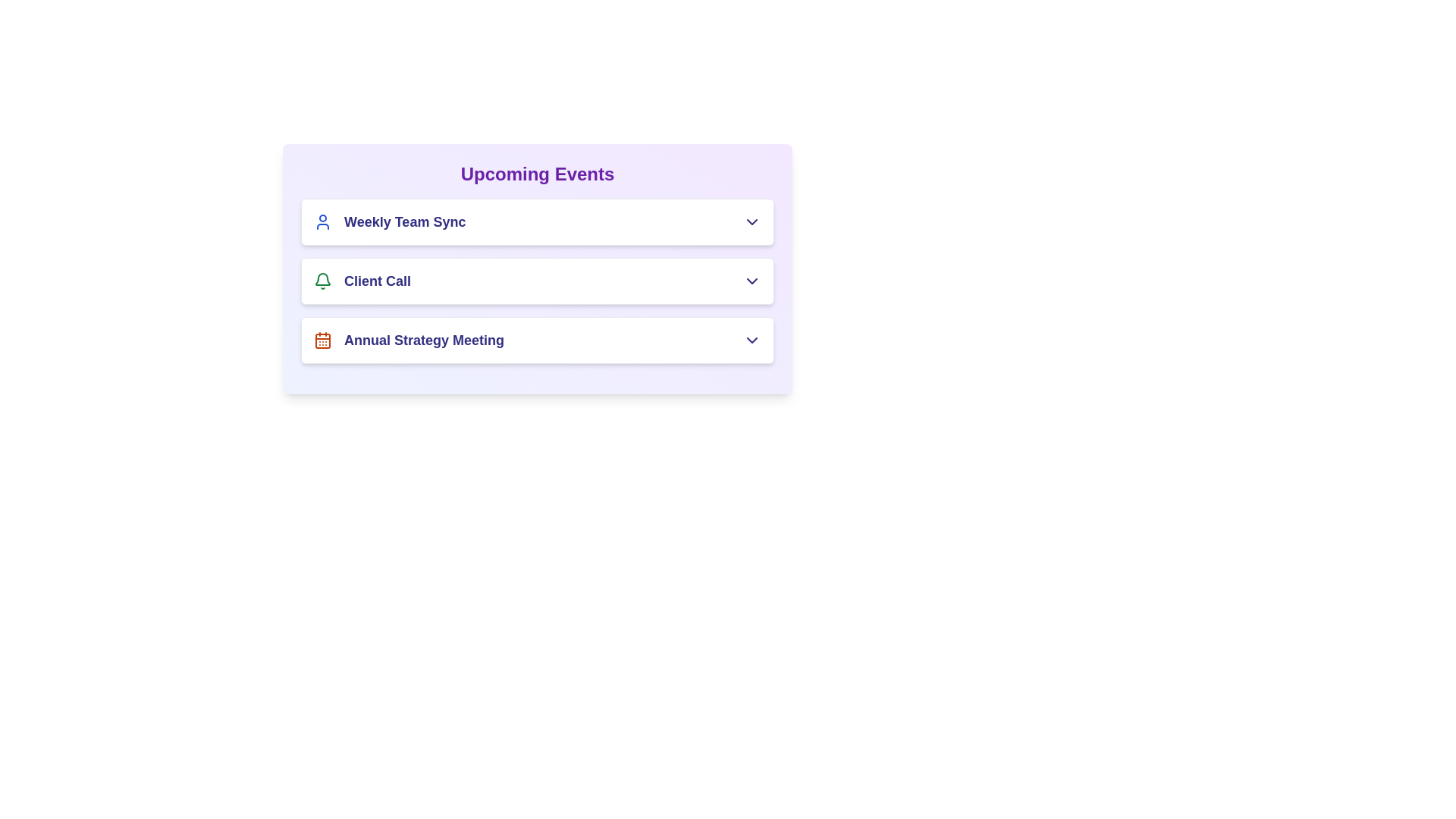  Describe the element at coordinates (390, 222) in the screenshot. I see `the list item labeled 'Weekly Team Sync' which contains a user silhouette icon and bold indigo text, positioned at the top of the 'Upcoming Events' section` at that location.